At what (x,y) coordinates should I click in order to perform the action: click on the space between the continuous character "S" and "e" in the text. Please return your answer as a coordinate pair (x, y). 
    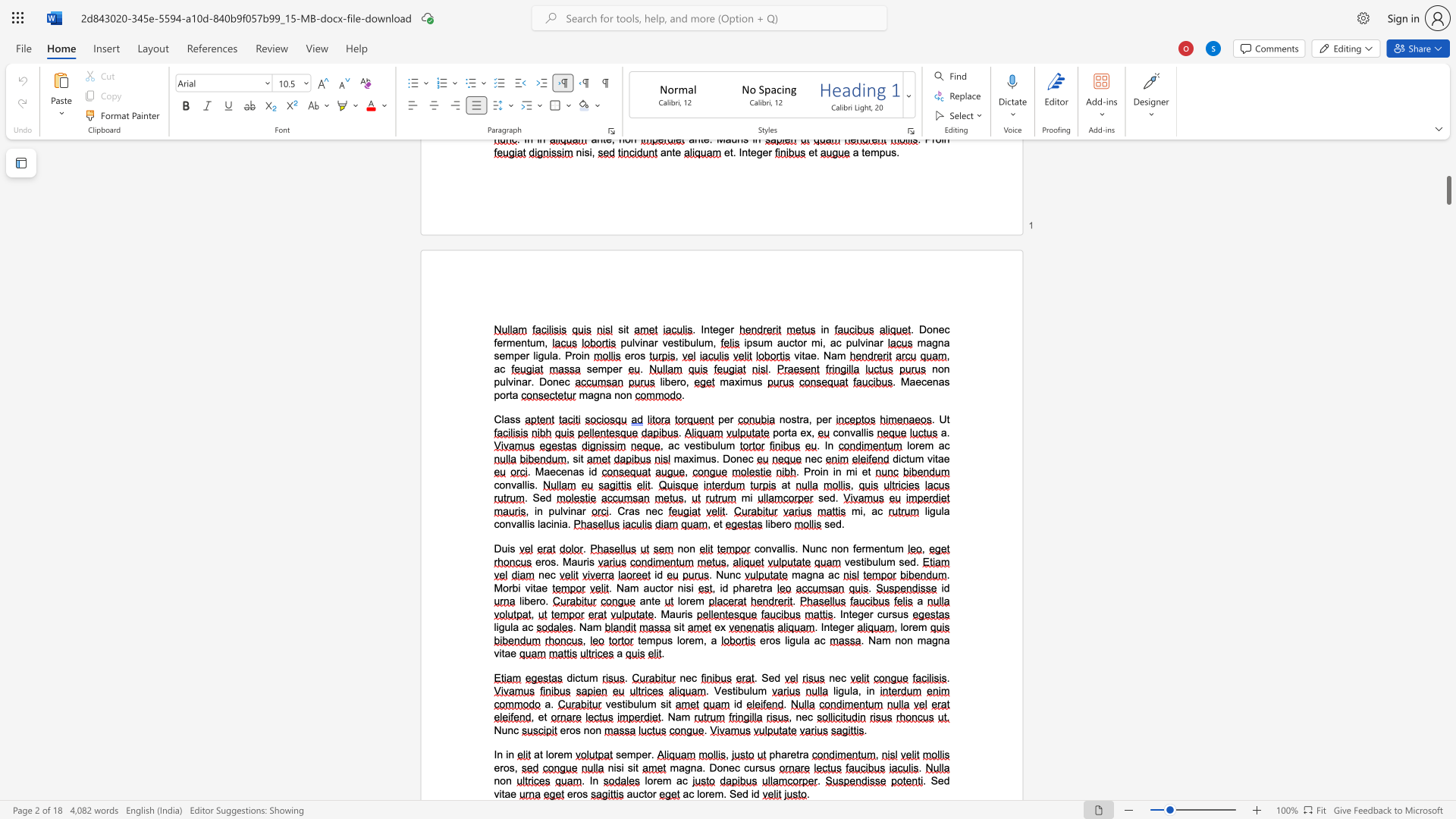
    Looking at the image, I should click on (736, 793).